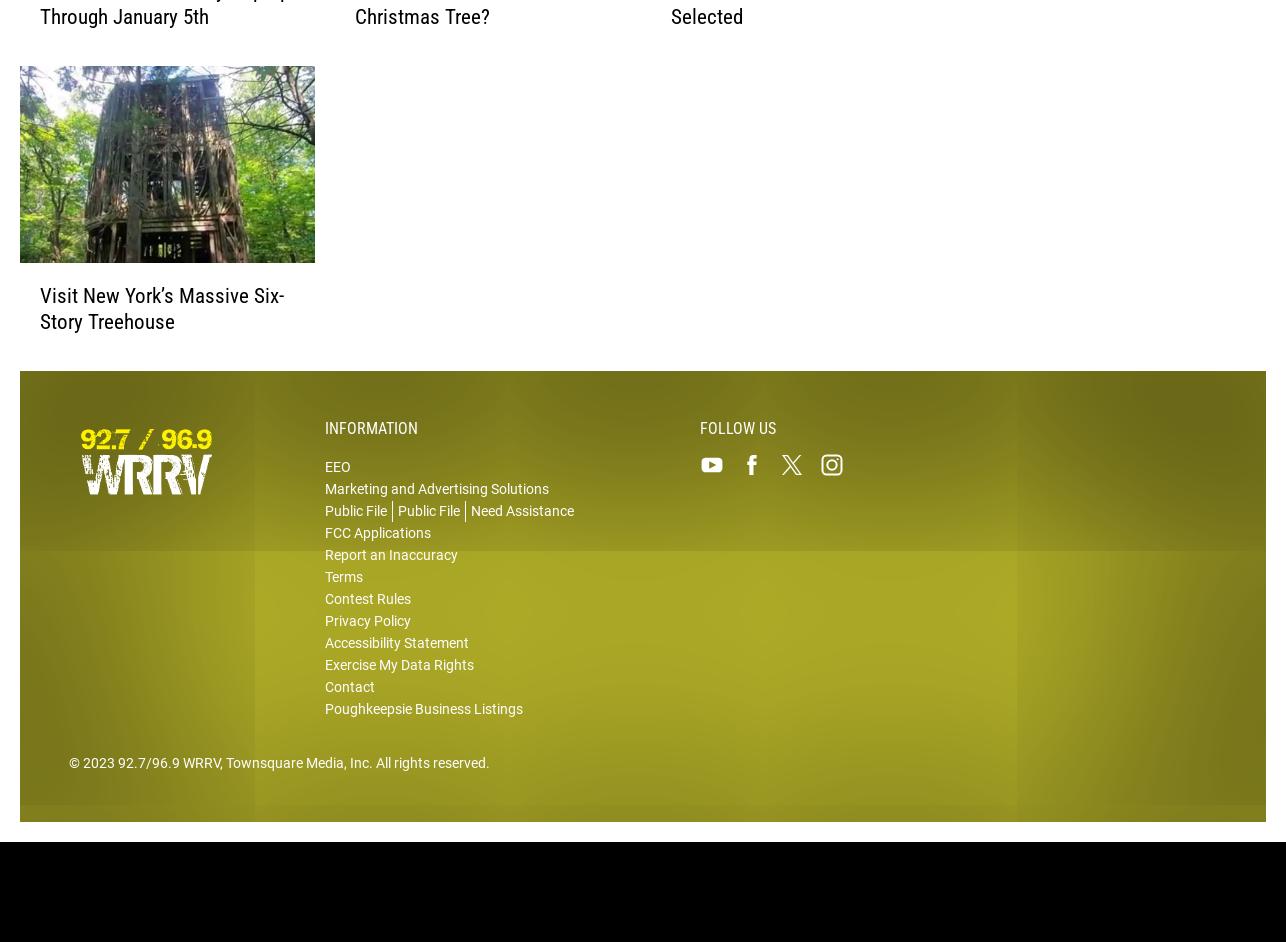 Image resolution: width=1286 pixels, height=942 pixels. What do you see at coordinates (323, 630) in the screenshot?
I see `'Privacy Policy'` at bounding box center [323, 630].